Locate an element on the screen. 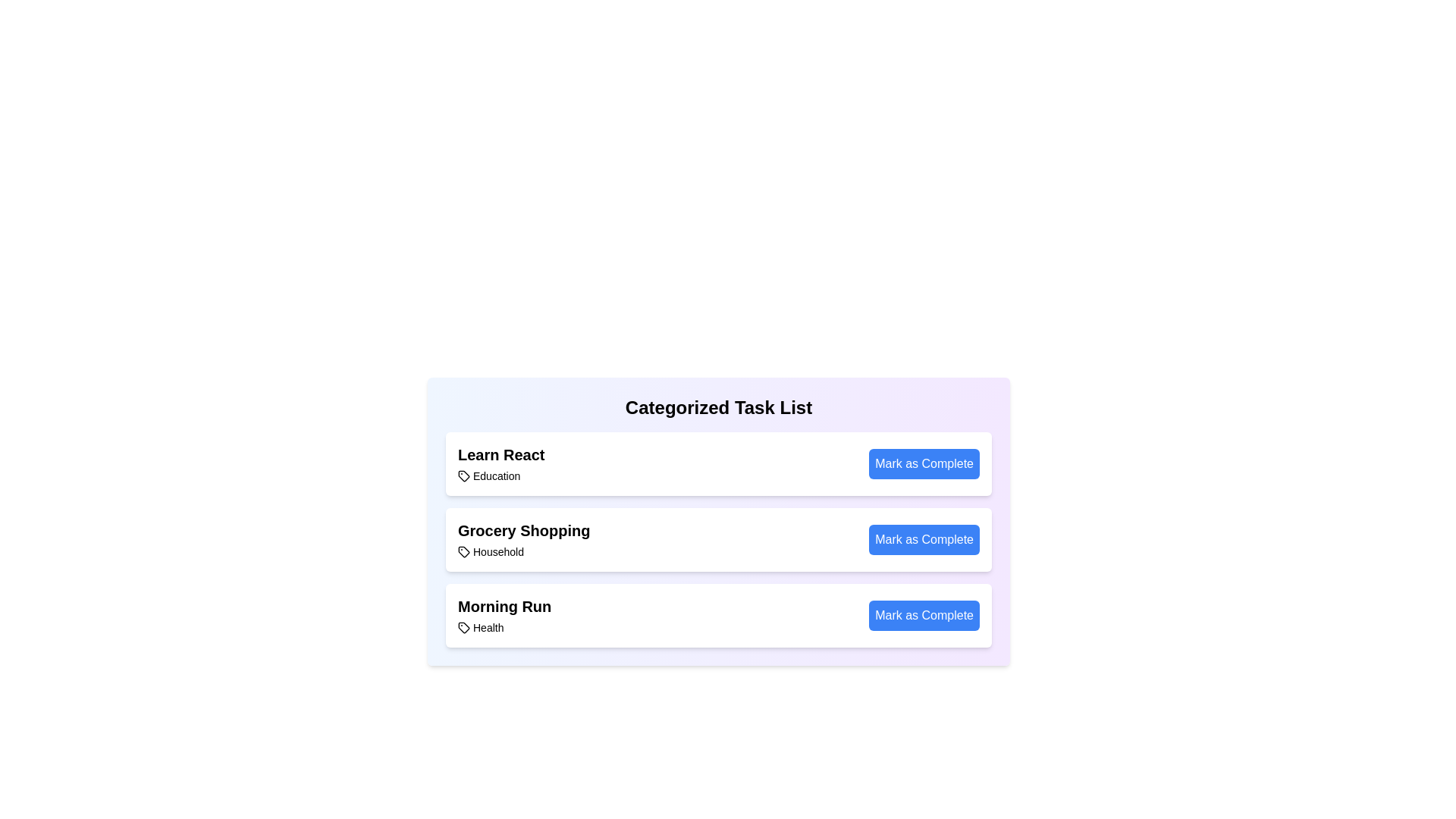 This screenshot has width=1456, height=819. the 'Mark as Complete' button for the task labeled 'Learn React' is located at coordinates (924, 463).